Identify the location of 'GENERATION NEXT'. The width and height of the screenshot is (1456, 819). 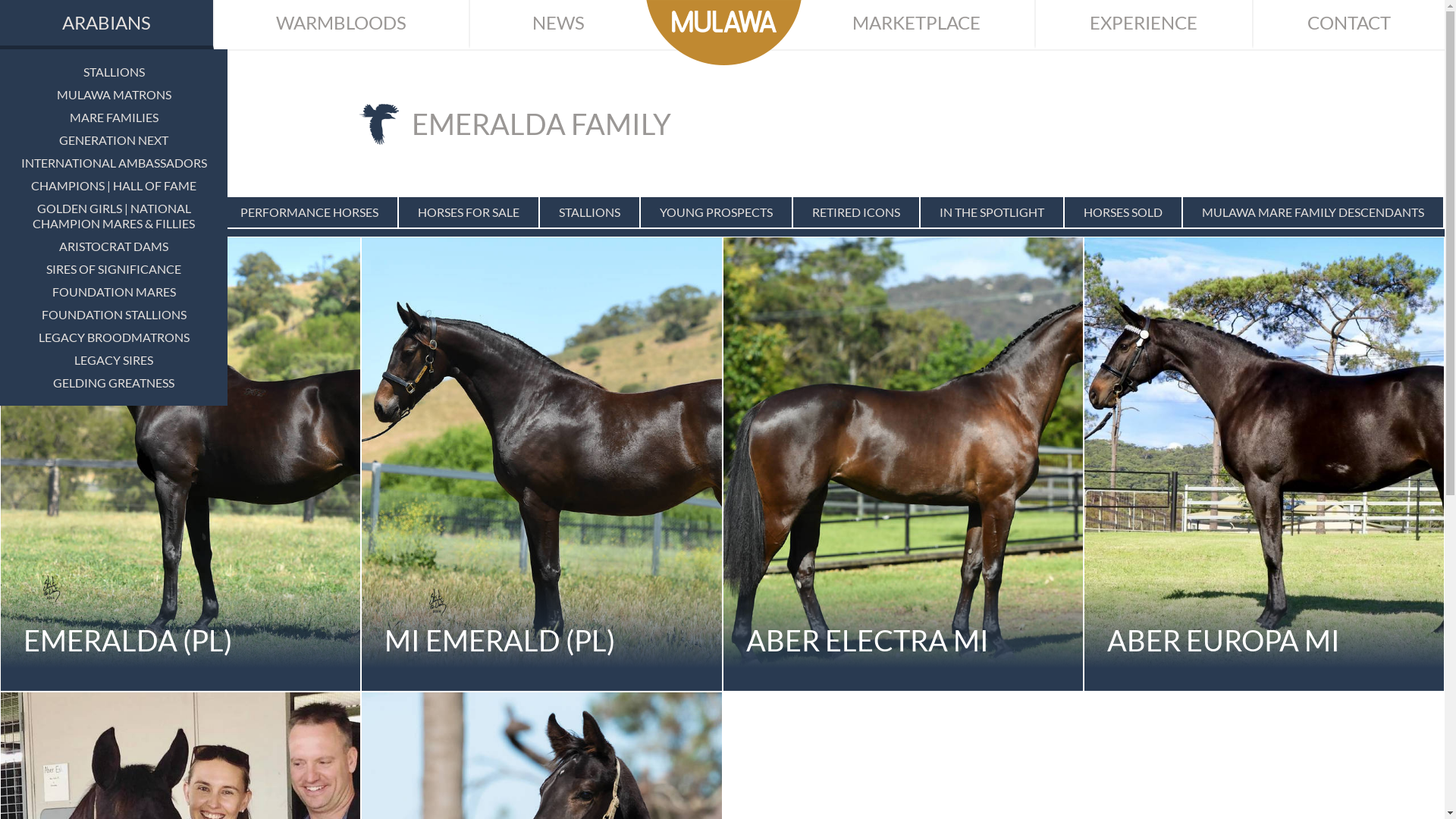
(112, 140).